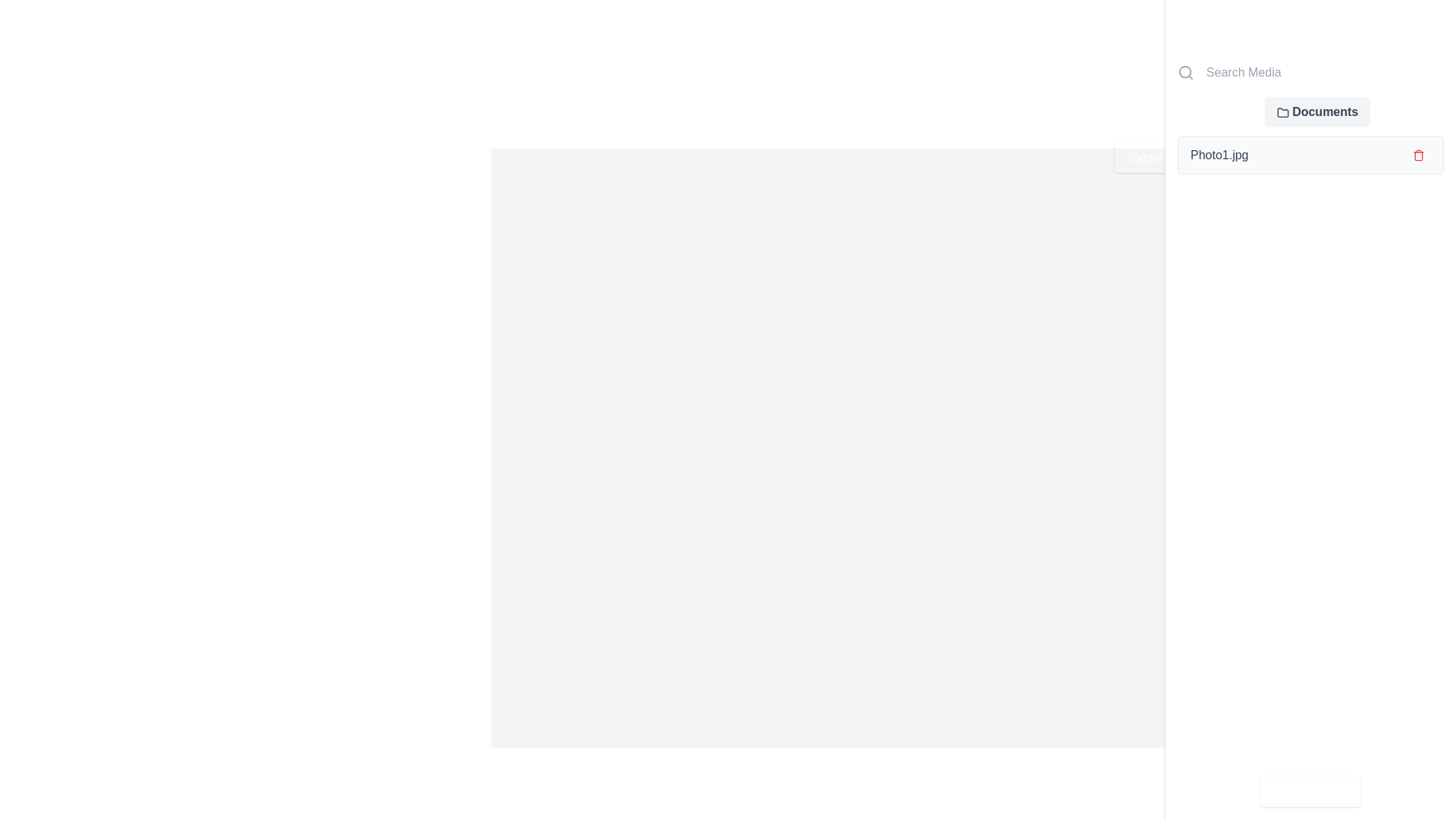 Image resolution: width=1456 pixels, height=819 pixels. I want to click on the folder icon located to the left of the 'Documents' label on the right side of the interface, so click(1282, 111).